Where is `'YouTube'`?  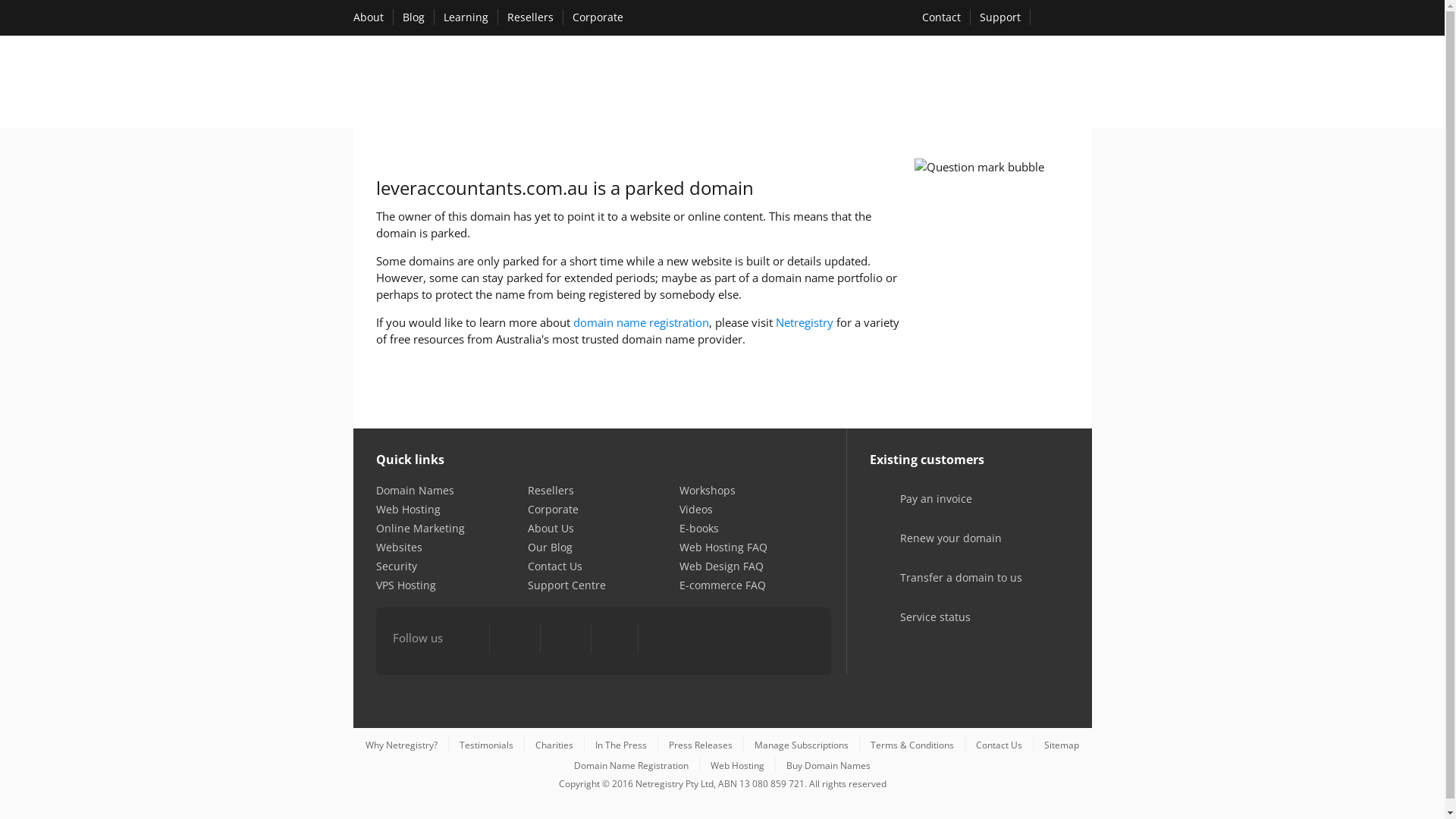 'YouTube' is located at coordinates (563, 639).